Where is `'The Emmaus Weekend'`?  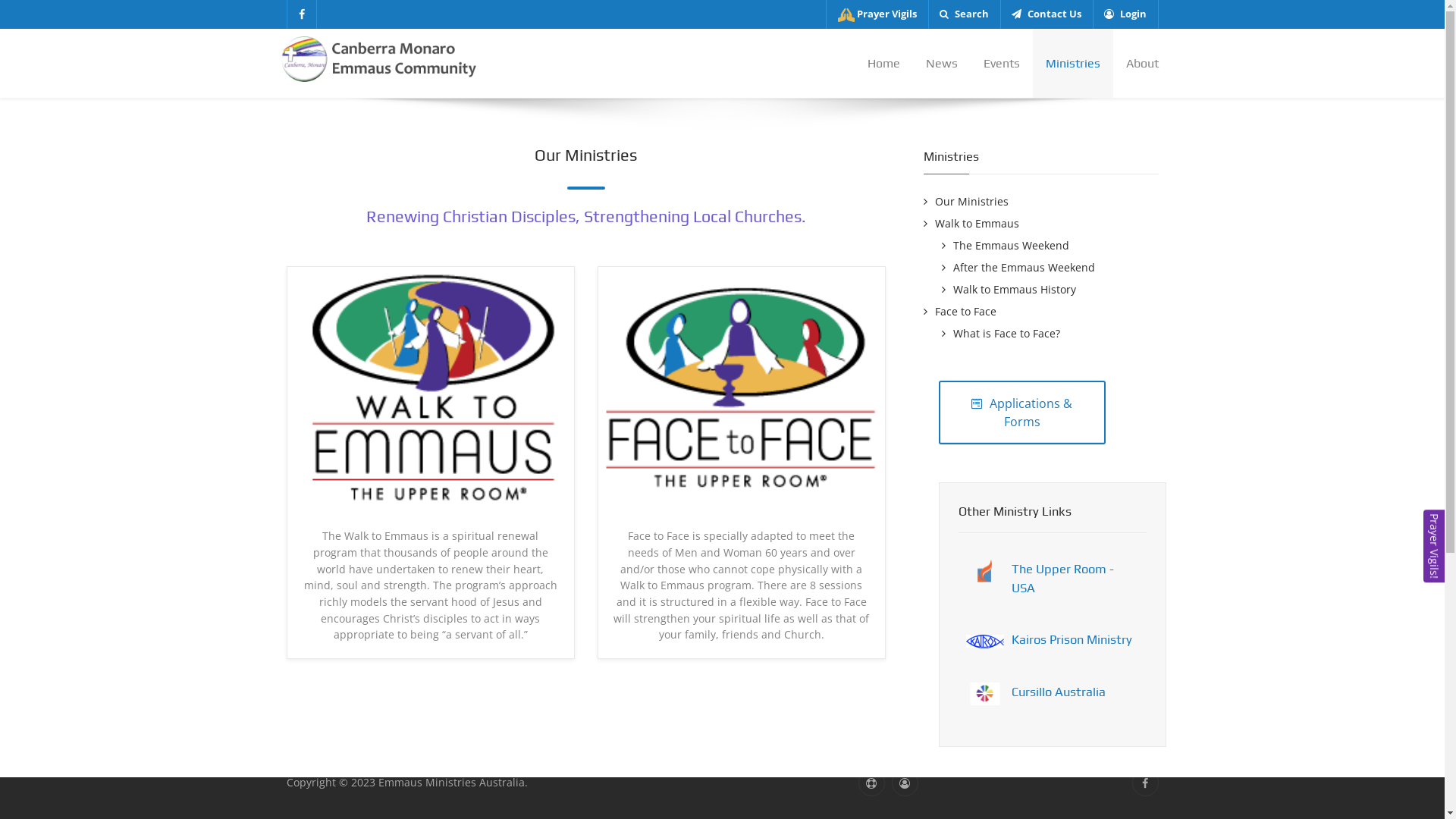
'The Emmaus Weekend' is located at coordinates (1005, 244).